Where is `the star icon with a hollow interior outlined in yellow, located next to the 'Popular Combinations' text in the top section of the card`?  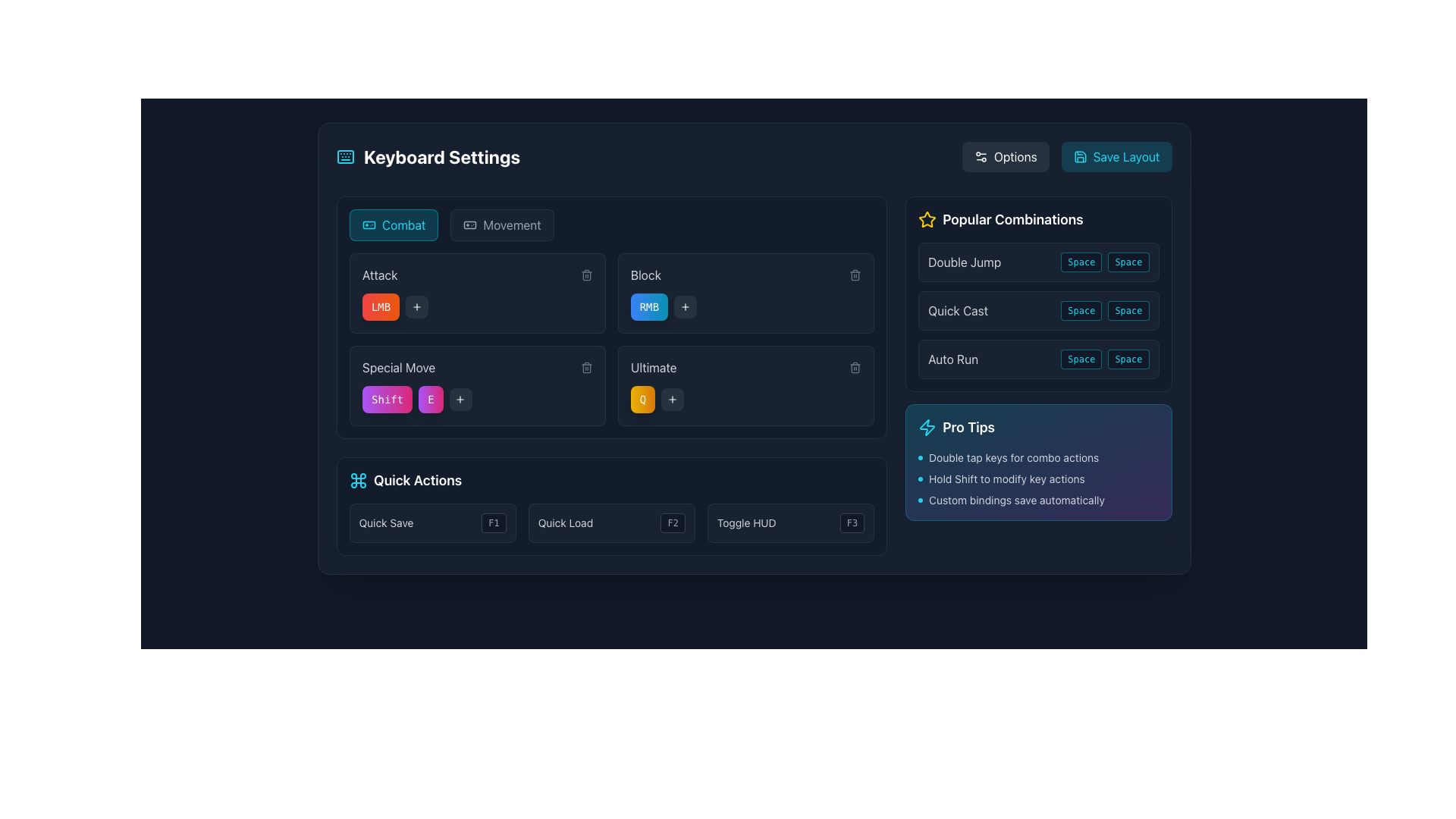
the star icon with a hollow interior outlined in yellow, located next to the 'Popular Combinations' text in the top section of the card is located at coordinates (927, 219).